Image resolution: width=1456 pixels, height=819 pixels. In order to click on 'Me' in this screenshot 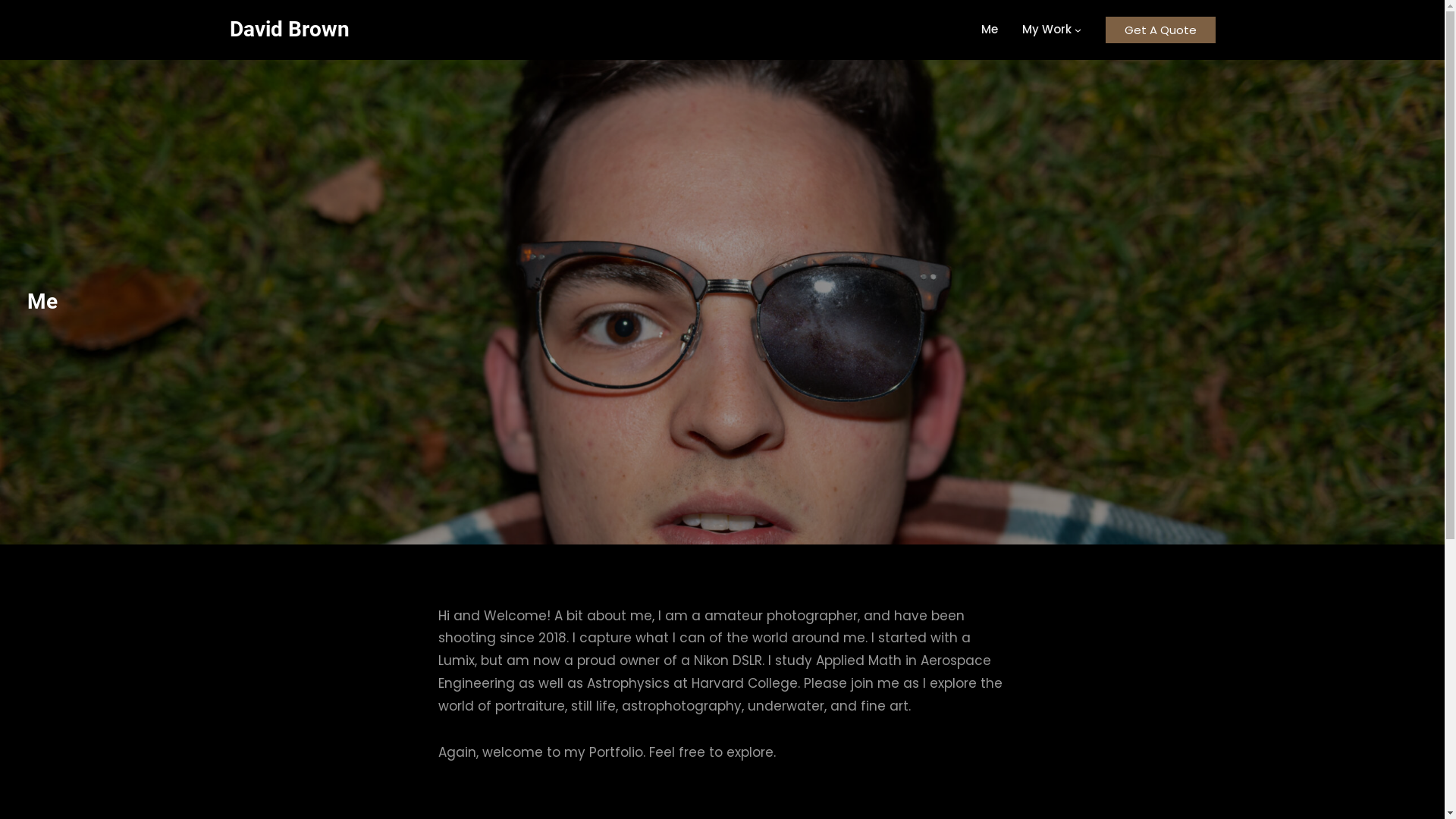, I will do `click(990, 29)`.